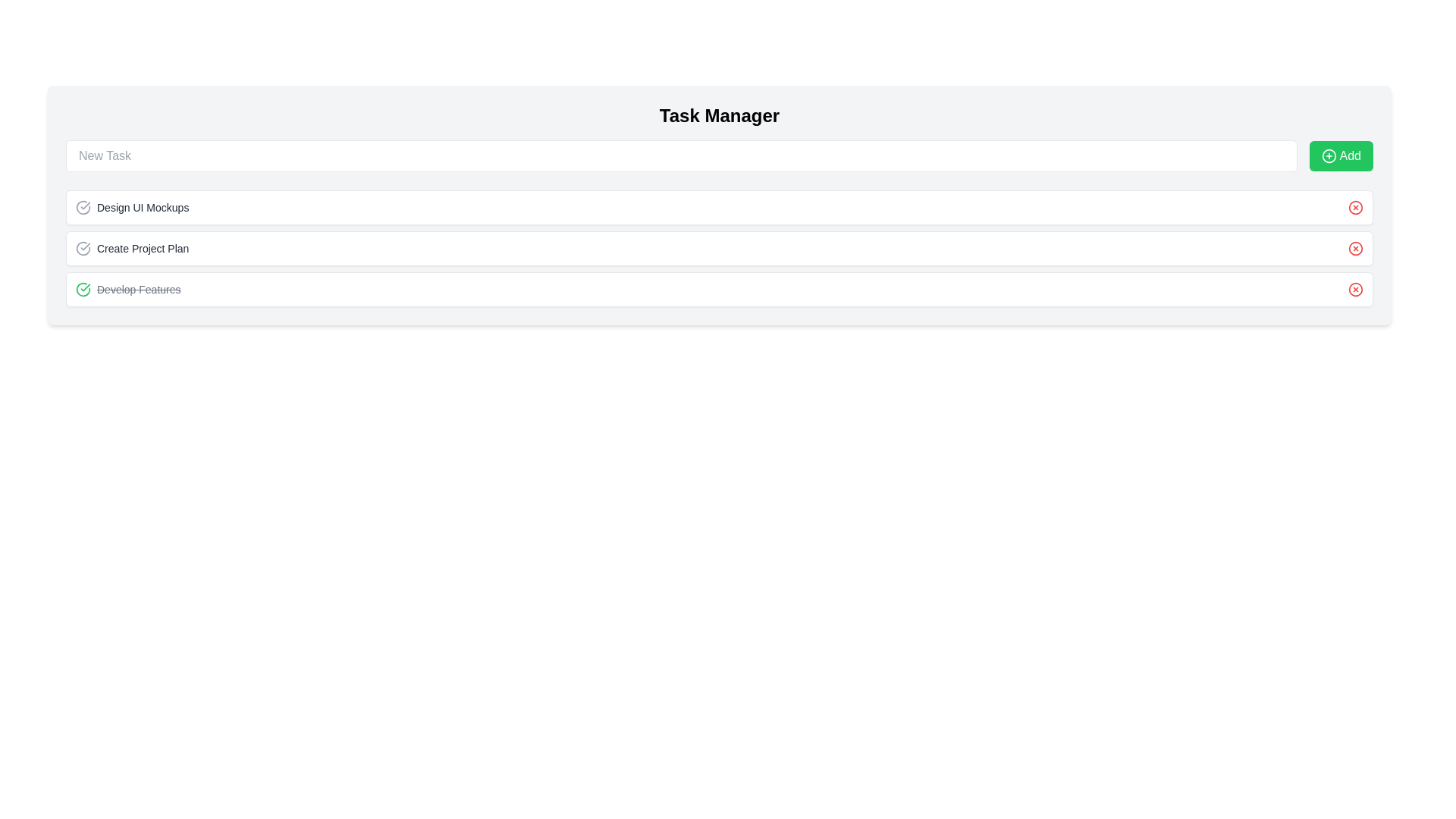 The width and height of the screenshot is (1456, 819). Describe the element at coordinates (139, 289) in the screenshot. I see `the static text label displaying 'Develop Features', which is styled with a strikethrough to indicate a completed task` at that location.